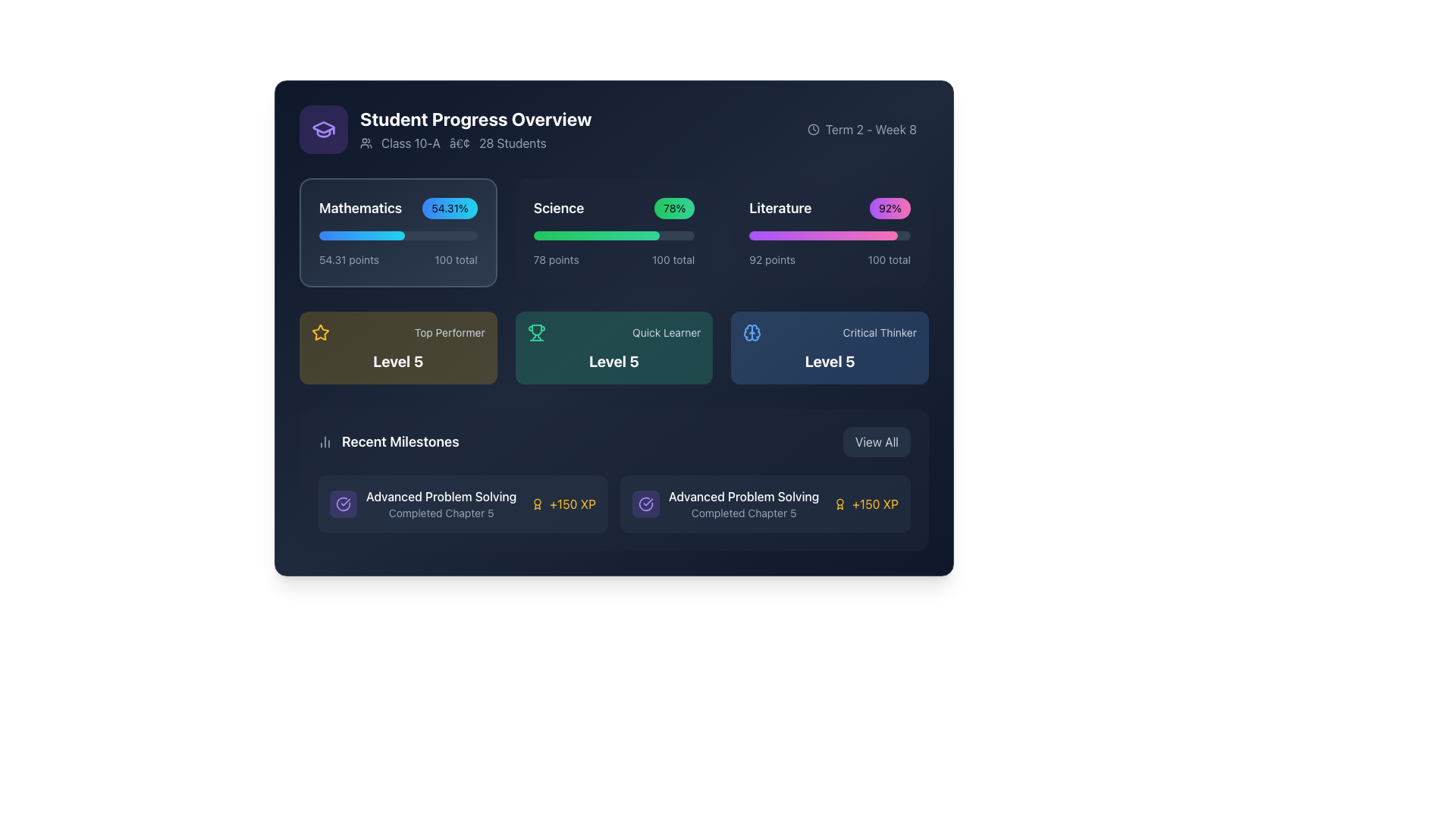 This screenshot has height=819, width=1456. Describe the element at coordinates (725, 504) in the screenshot. I see `the Informational card that provides details about the 'Advanced Problem Solving' milestone, located in the second slot of the 'Recent Milestones' section` at that location.